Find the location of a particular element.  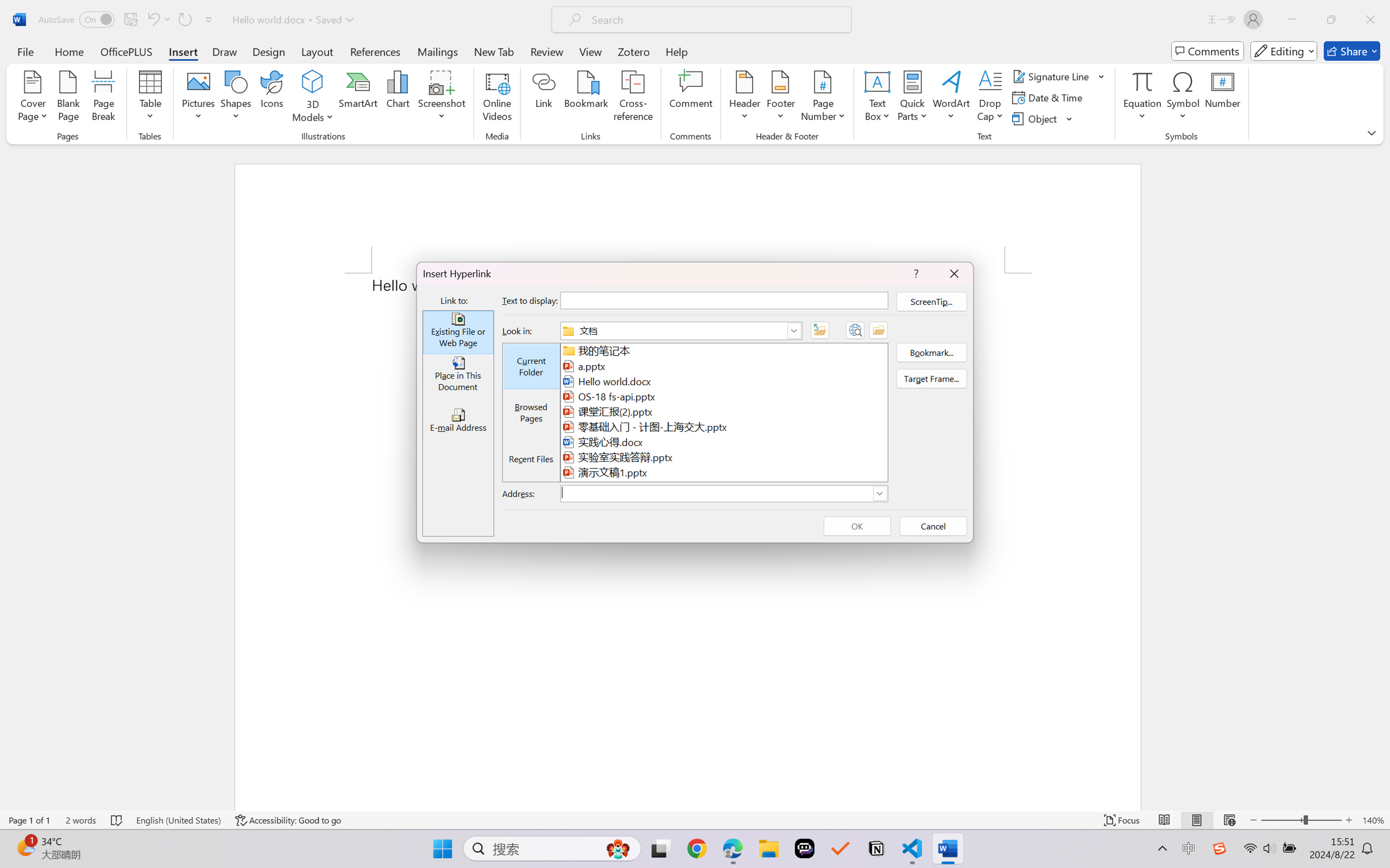

'Spelling and Grammar Check No Errors' is located at coordinates (117, 820).